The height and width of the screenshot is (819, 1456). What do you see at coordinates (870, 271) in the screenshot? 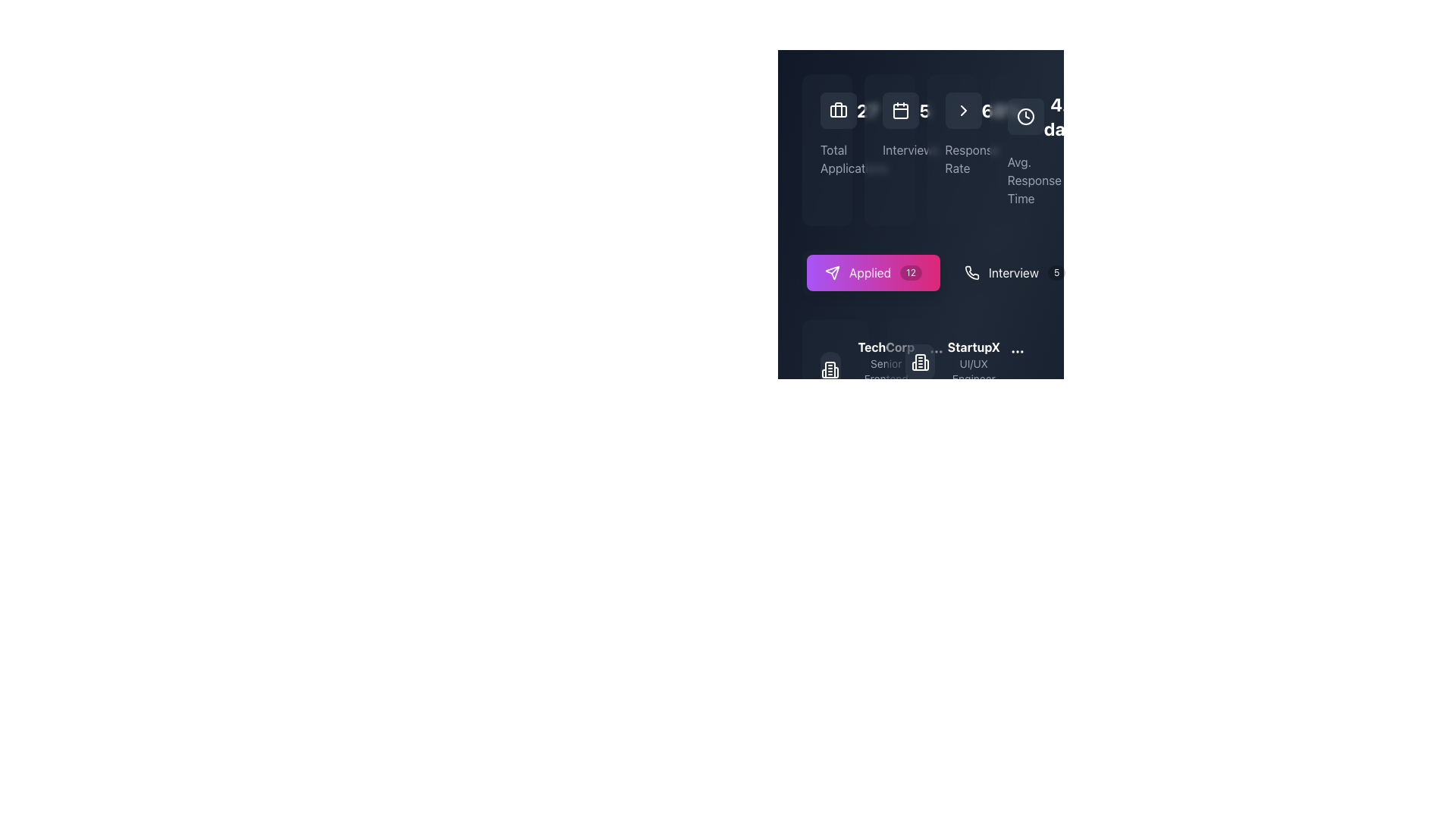
I see `the button labeled 'Applied' which serves as a primary navigation element in the application interface` at bounding box center [870, 271].